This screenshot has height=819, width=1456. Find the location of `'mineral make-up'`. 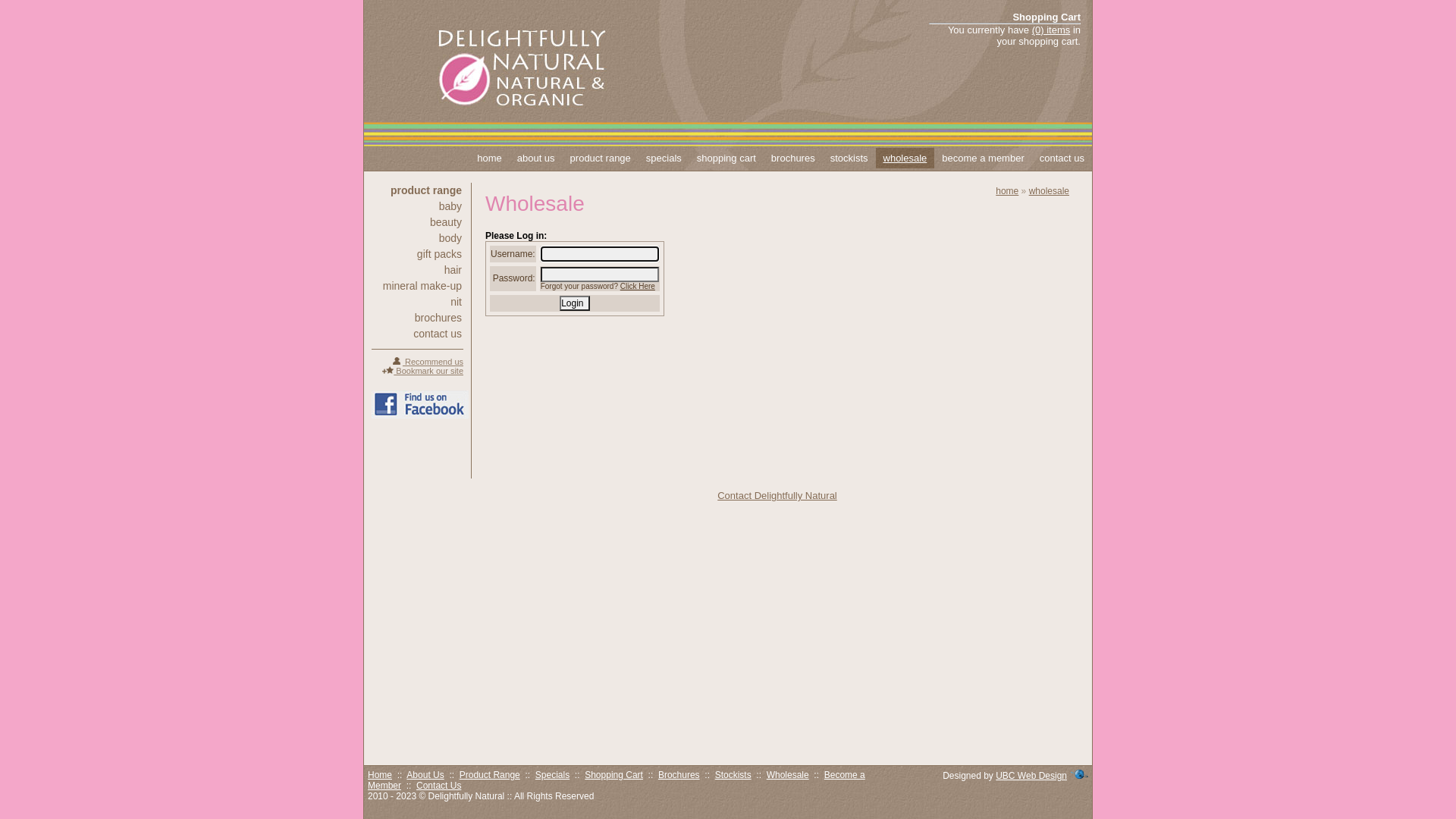

'mineral make-up' is located at coordinates (417, 286).